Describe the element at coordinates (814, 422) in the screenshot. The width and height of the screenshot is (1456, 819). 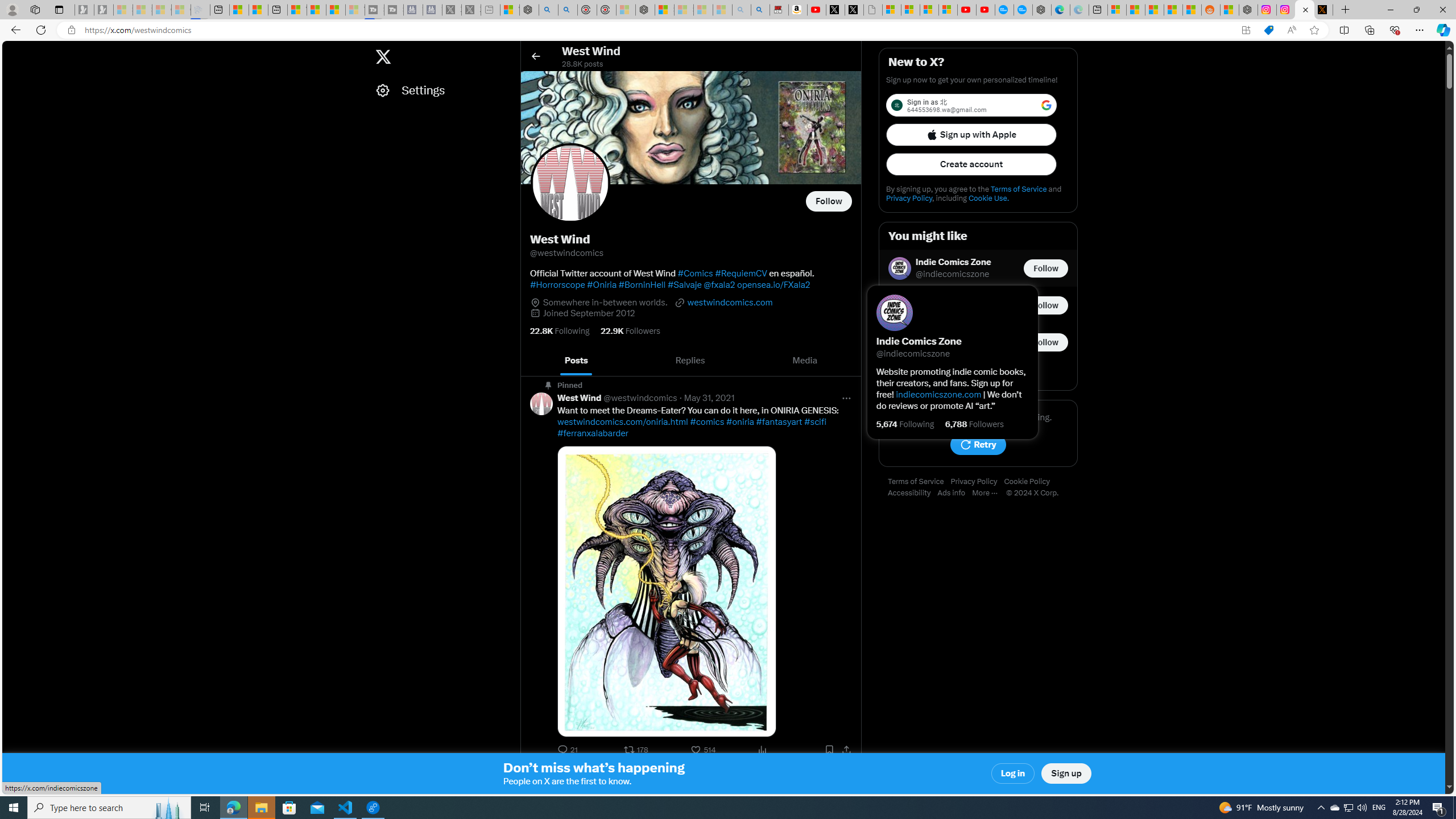
I see `'#scifi'` at that location.